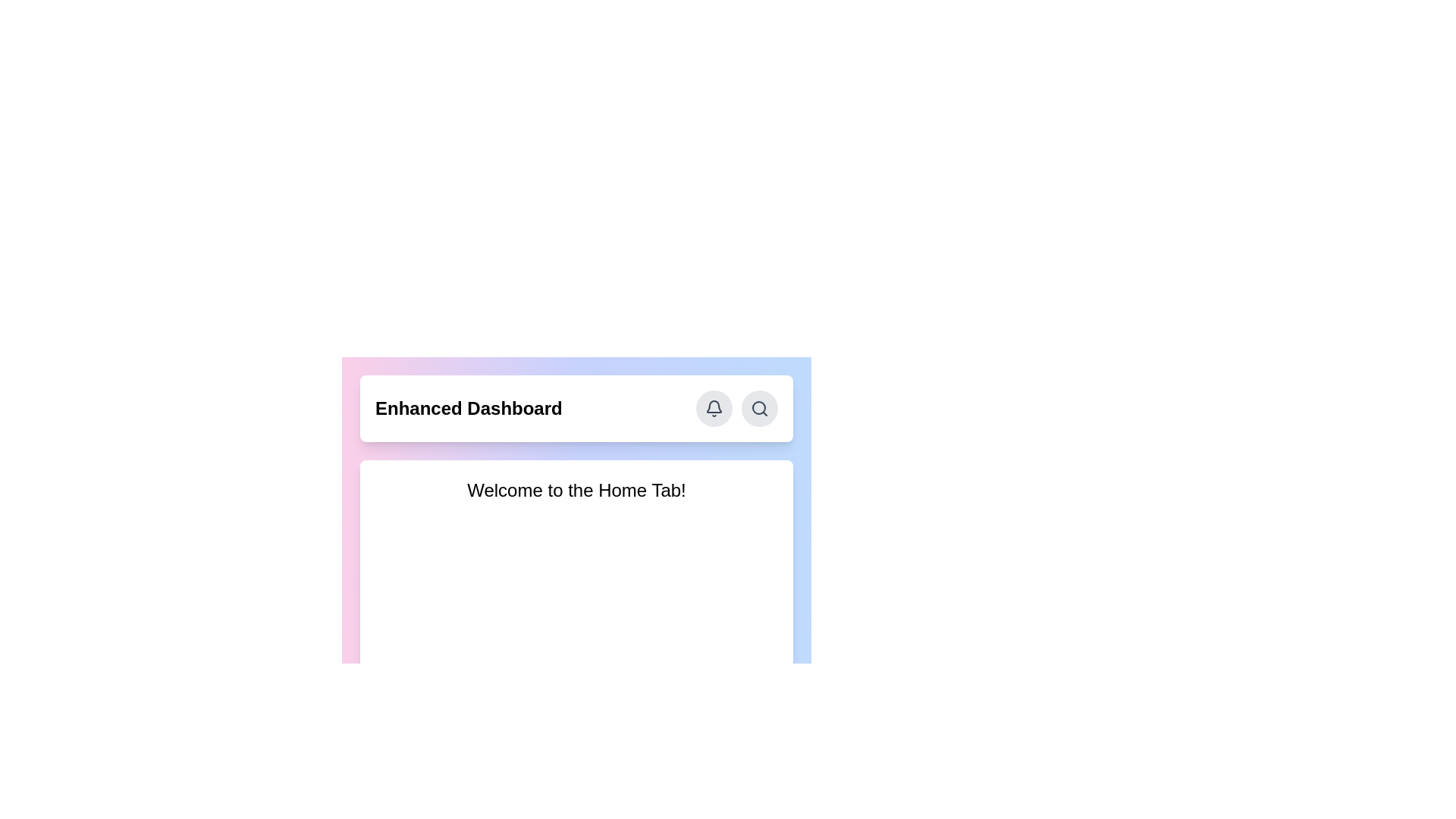 This screenshot has width=1456, height=819. I want to click on the notifications button represented by a bell icon located in the top-right section of the header area to possibly see a tooltip or animation, so click(713, 408).